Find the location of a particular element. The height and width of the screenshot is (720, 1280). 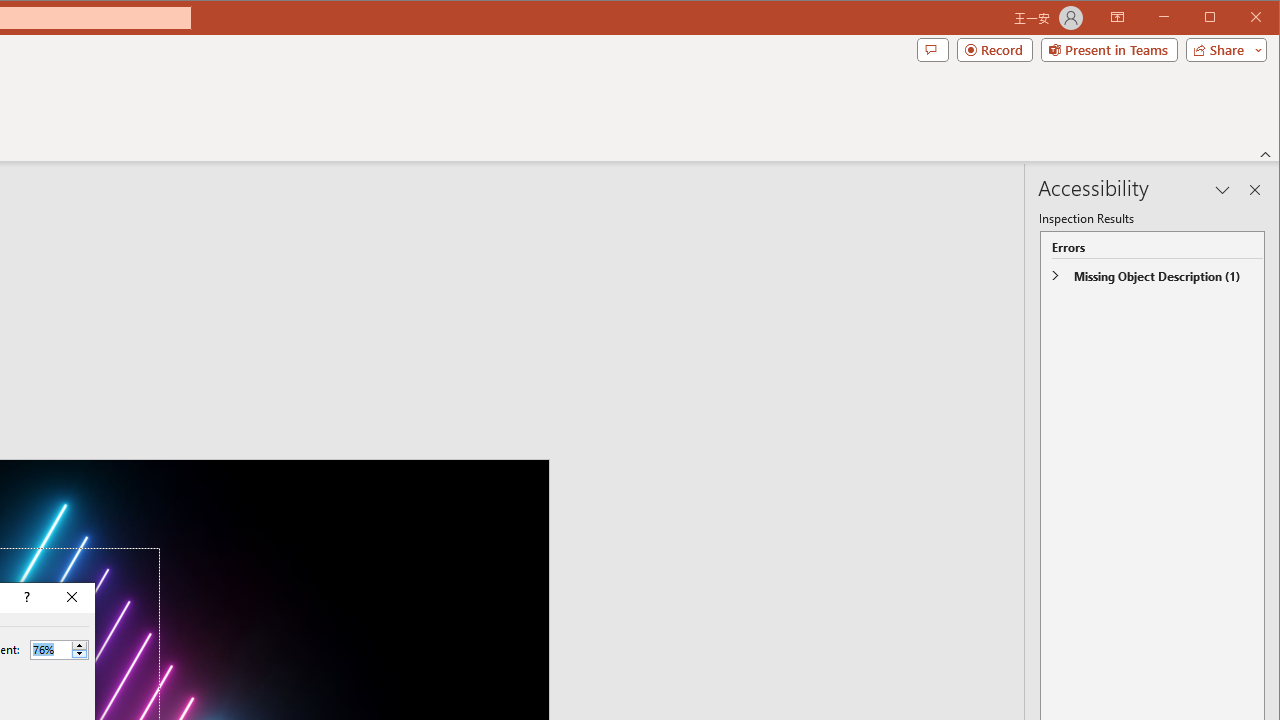

'Percent' is located at coordinates (59, 650).